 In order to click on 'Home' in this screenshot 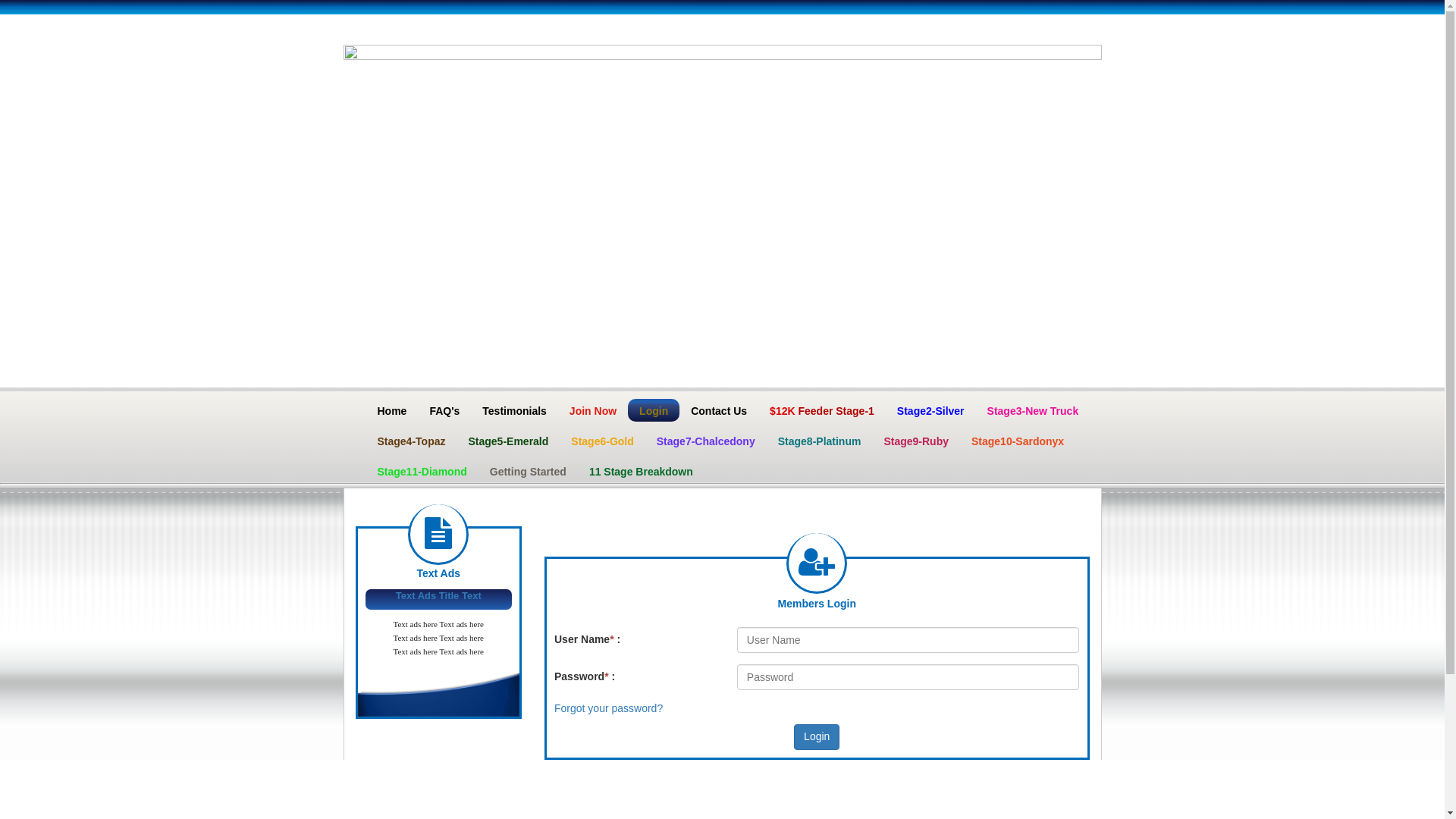, I will do `click(365, 409)`.